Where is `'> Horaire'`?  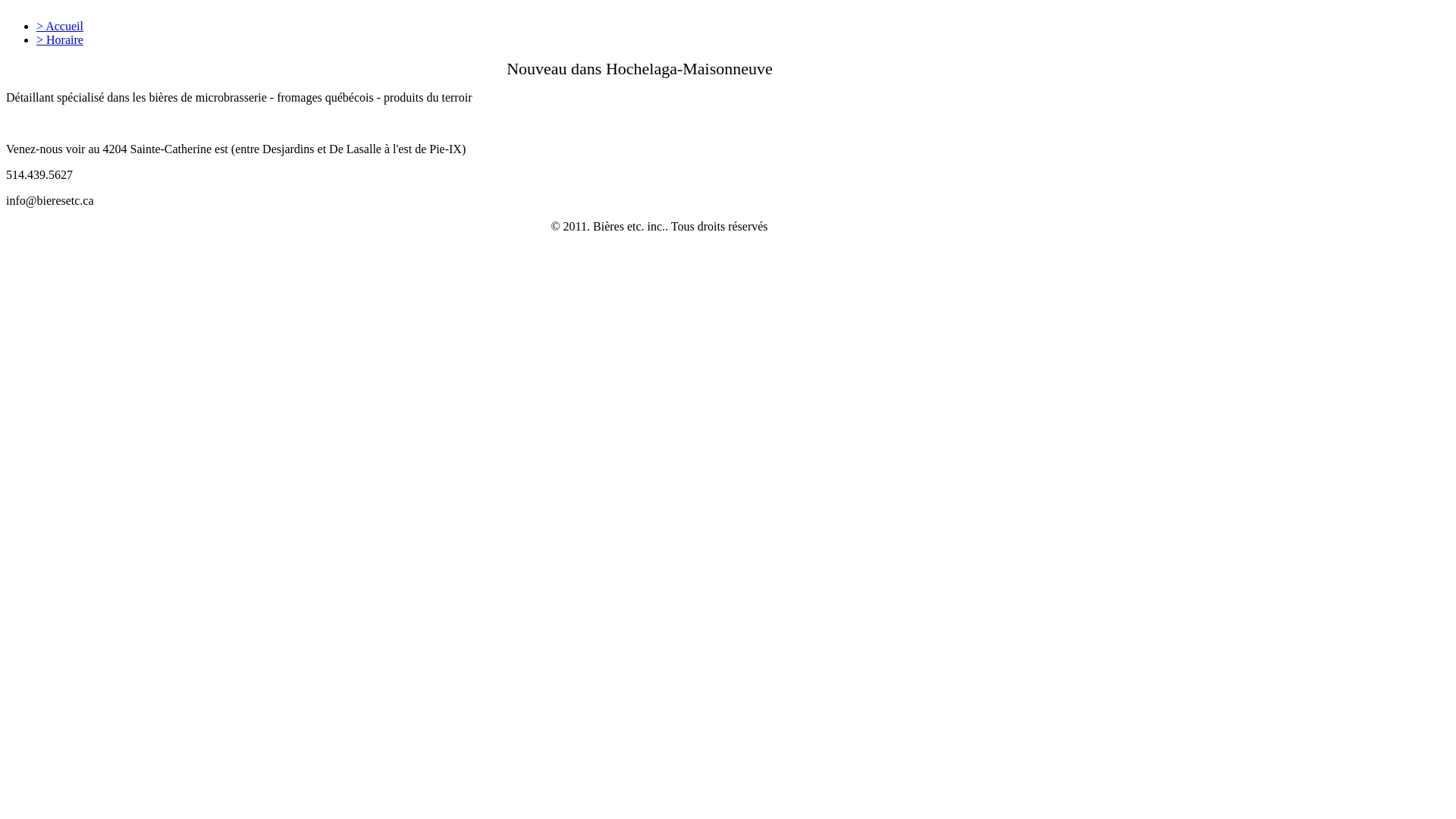
'> Horaire' is located at coordinates (36, 39).